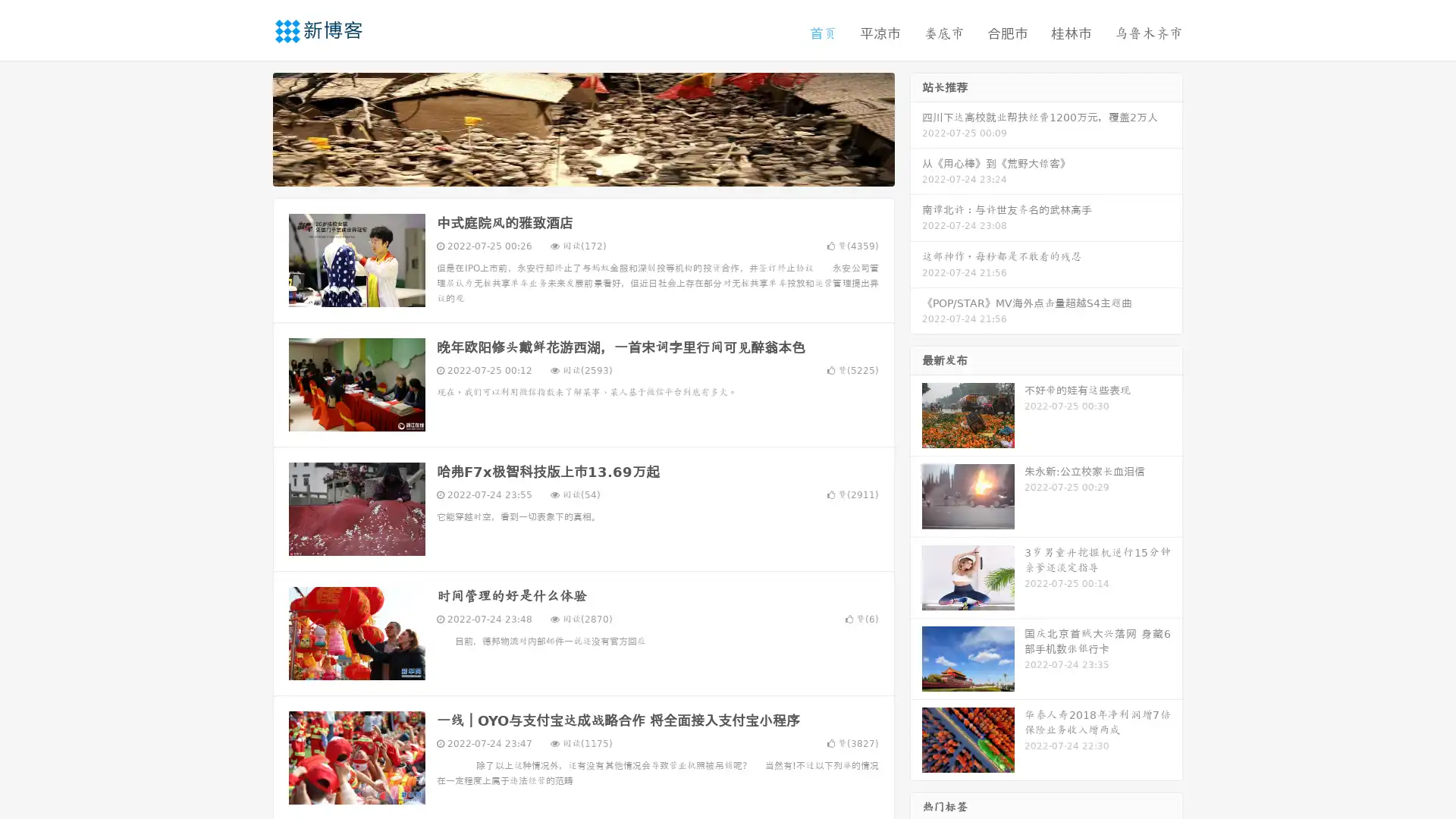  I want to click on Go to slide 1, so click(567, 171).